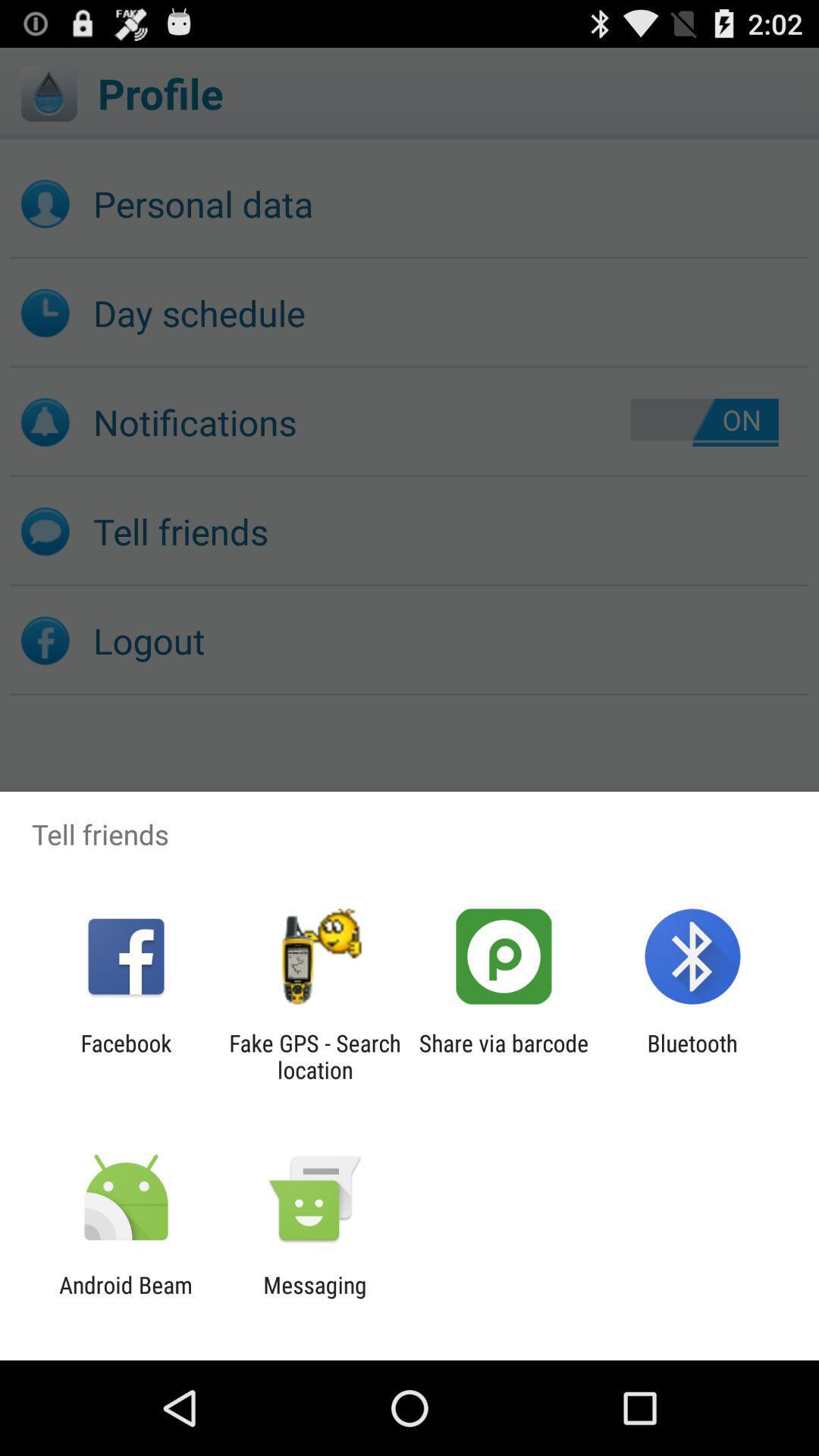 The height and width of the screenshot is (1456, 819). Describe the element at coordinates (504, 1056) in the screenshot. I see `the share via barcode app` at that location.